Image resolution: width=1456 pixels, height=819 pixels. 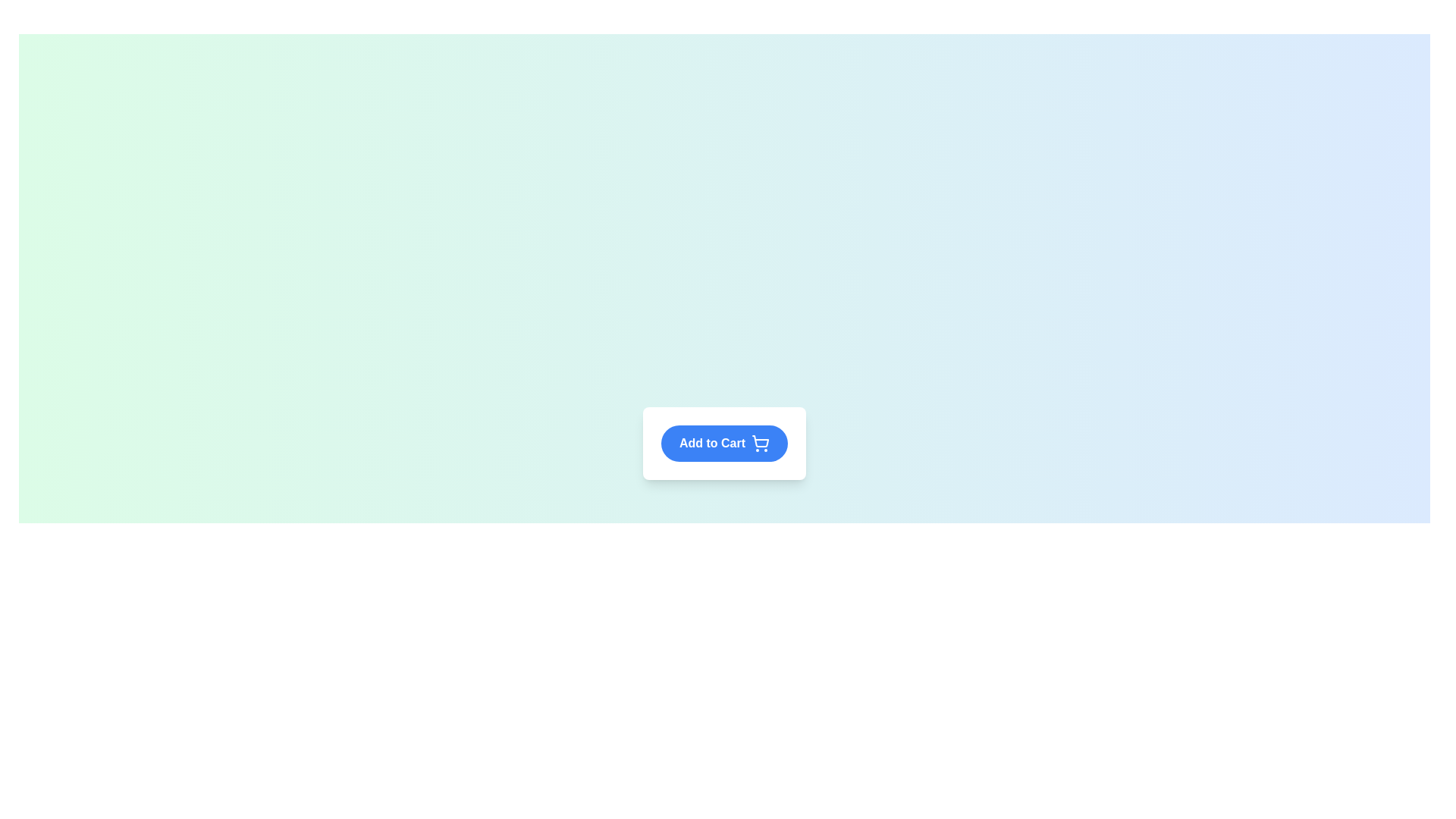 What do you see at coordinates (761, 441) in the screenshot?
I see `the shopping cart icon located within the inline SVG element` at bounding box center [761, 441].